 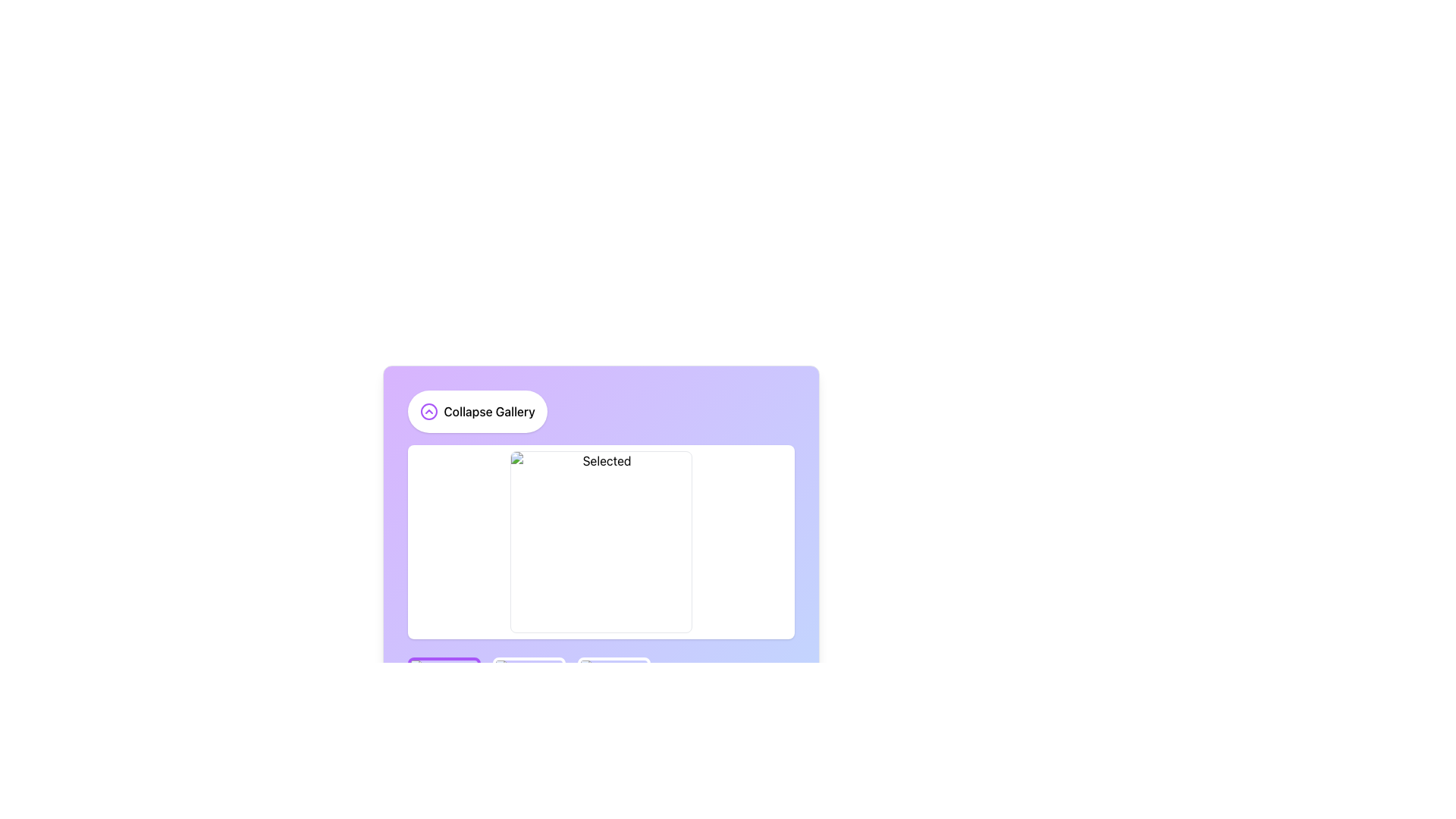 I want to click on the text element displaying 'Capture' located at the bottom-center of the interface layout, so click(x=505, y=786).